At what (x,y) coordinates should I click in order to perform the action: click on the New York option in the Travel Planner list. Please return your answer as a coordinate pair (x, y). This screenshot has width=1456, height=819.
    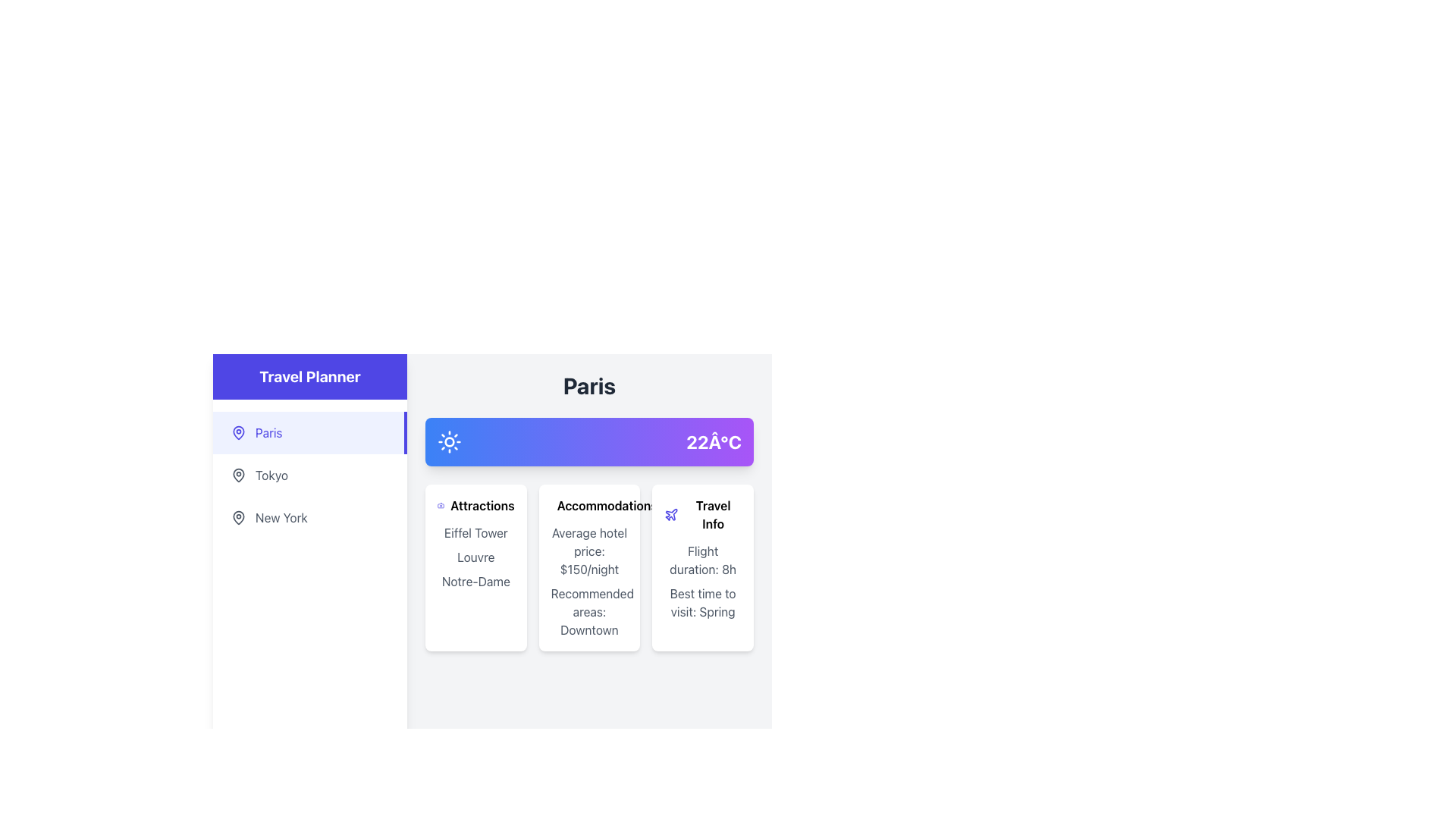
    Looking at the image, I should click on (309, 516).